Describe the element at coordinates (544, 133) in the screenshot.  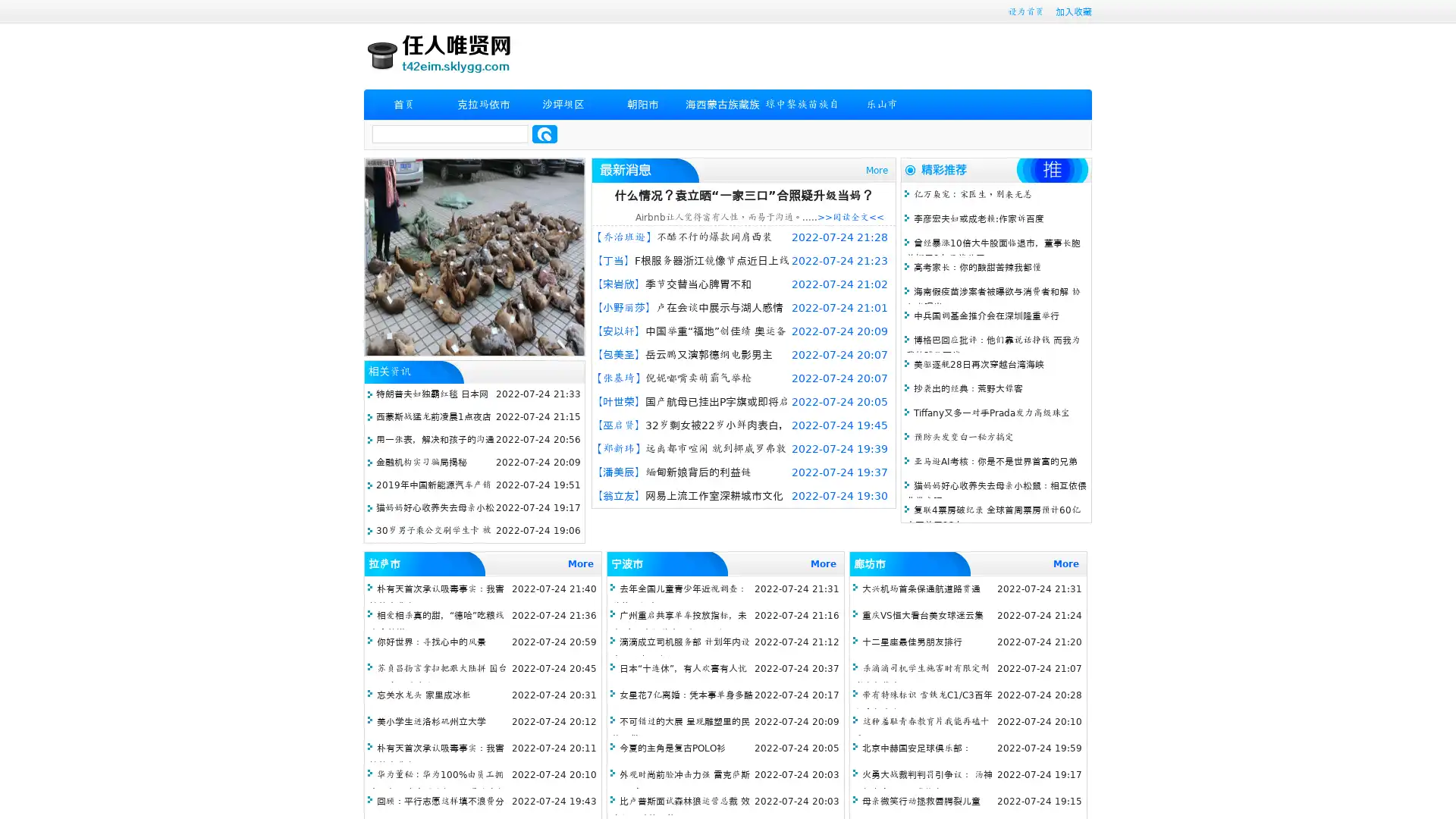
I see `Search` at that location.